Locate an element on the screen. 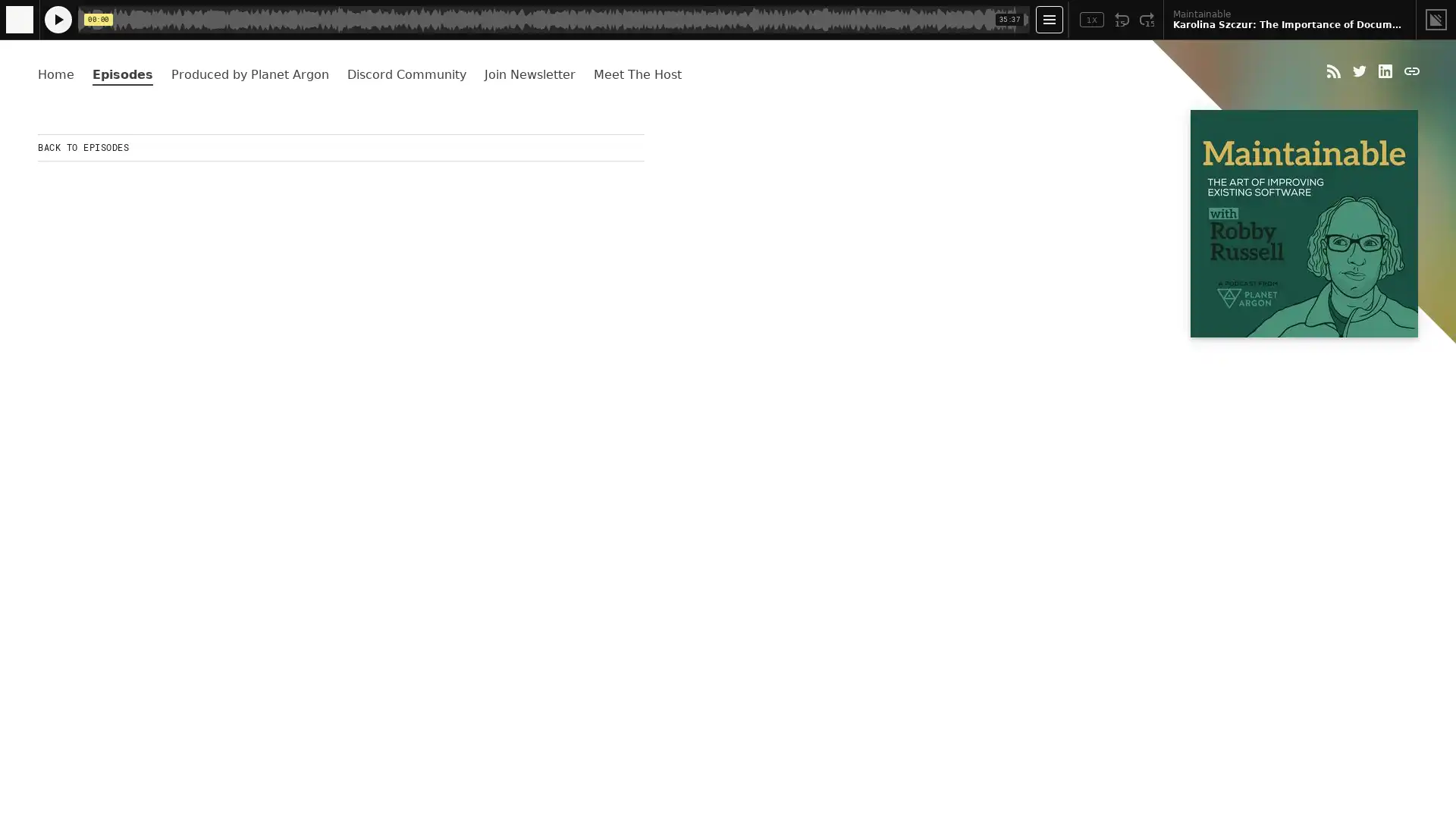 This screenshot has height=819, width=1456. Rewind 15 Seconds is located at coordinates (1122, 20).